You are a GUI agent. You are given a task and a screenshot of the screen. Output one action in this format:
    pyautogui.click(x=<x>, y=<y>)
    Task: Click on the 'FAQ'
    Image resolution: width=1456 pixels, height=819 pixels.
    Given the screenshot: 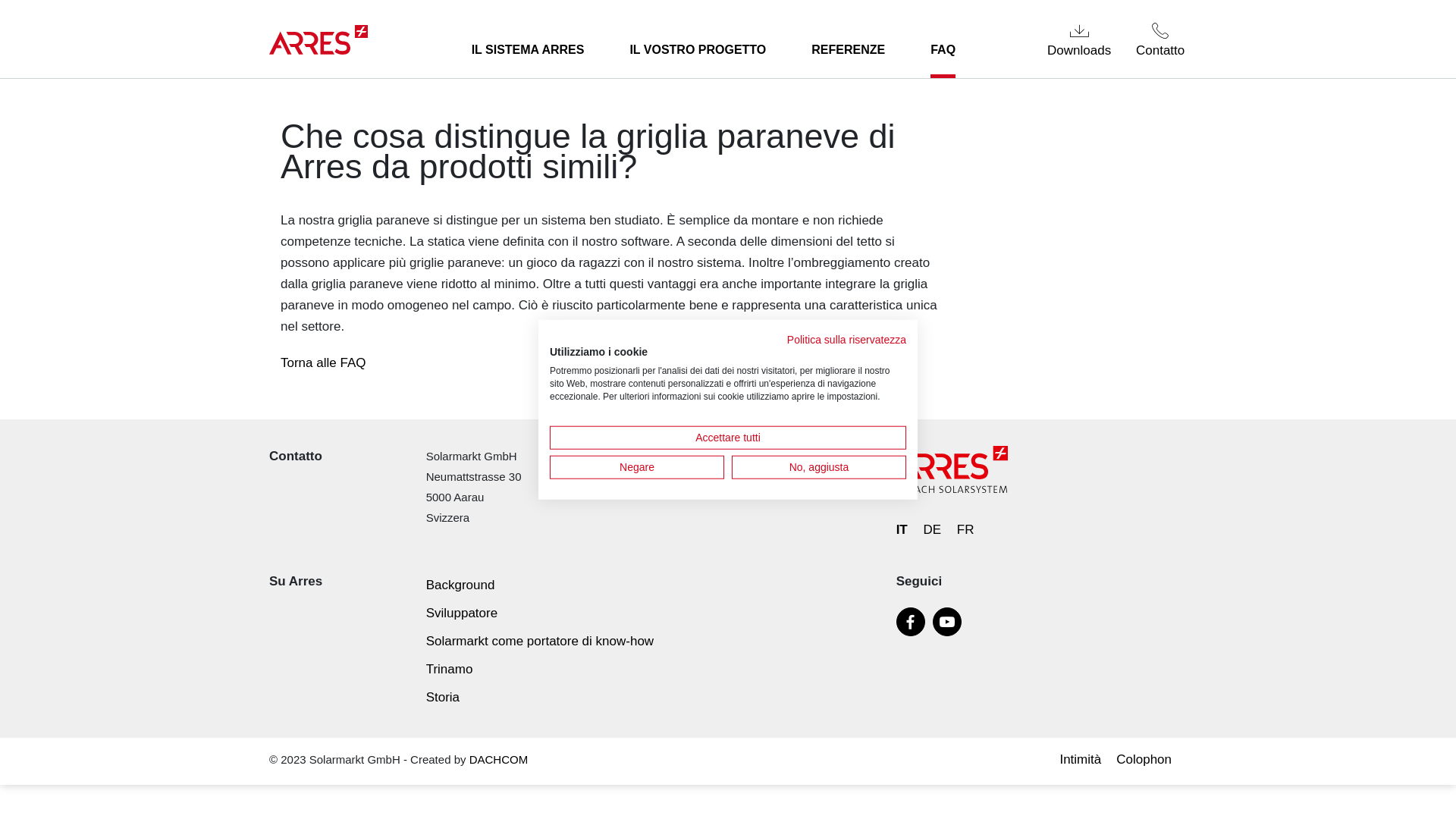 What is the action you would take?
    pyautogui.click(x=942, y=49)
    